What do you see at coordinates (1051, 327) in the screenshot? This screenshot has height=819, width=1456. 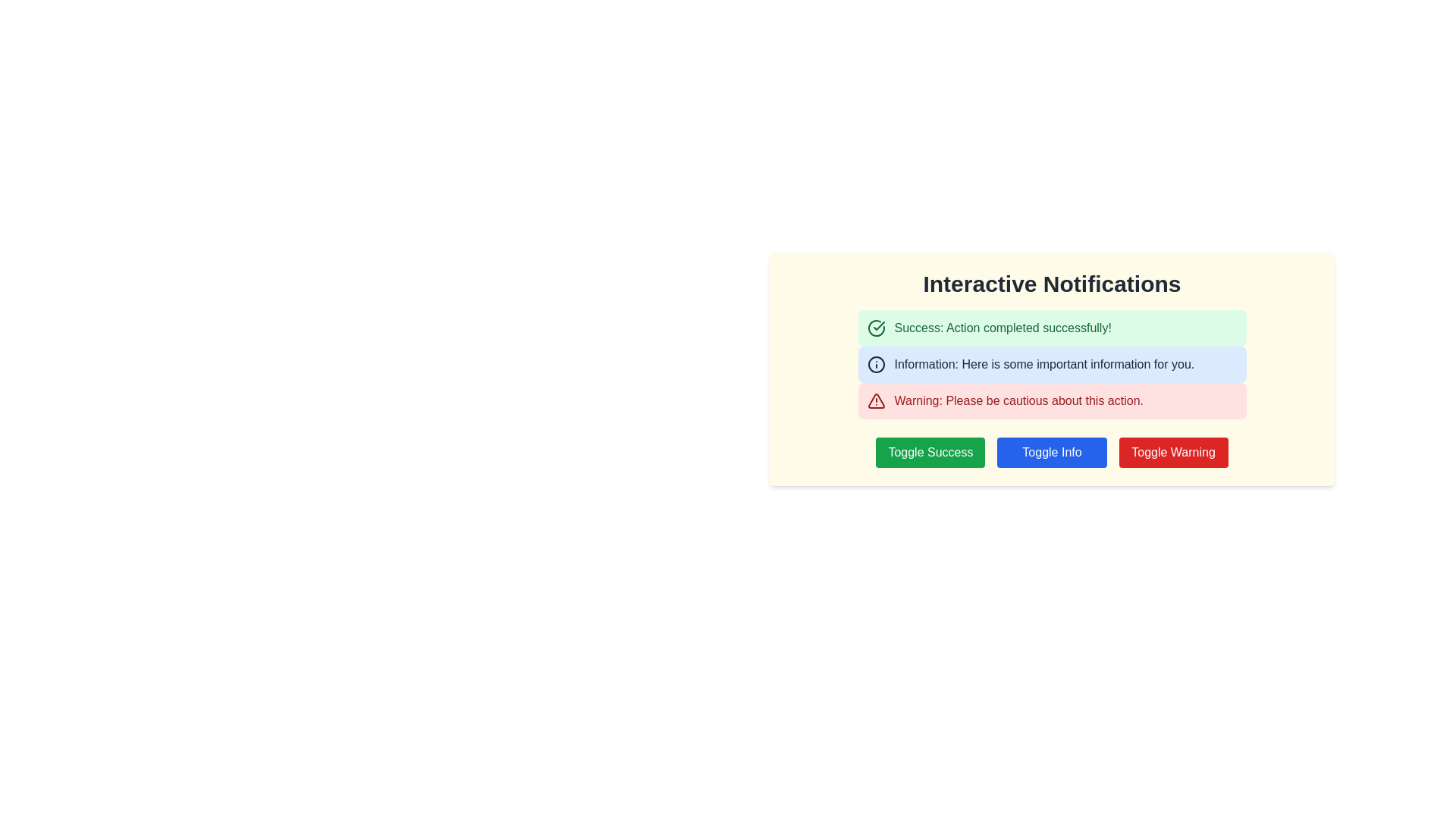 I see `the first notification box positioned under the title 'Interactive Notifications'` at bounding box center [1051, 327].